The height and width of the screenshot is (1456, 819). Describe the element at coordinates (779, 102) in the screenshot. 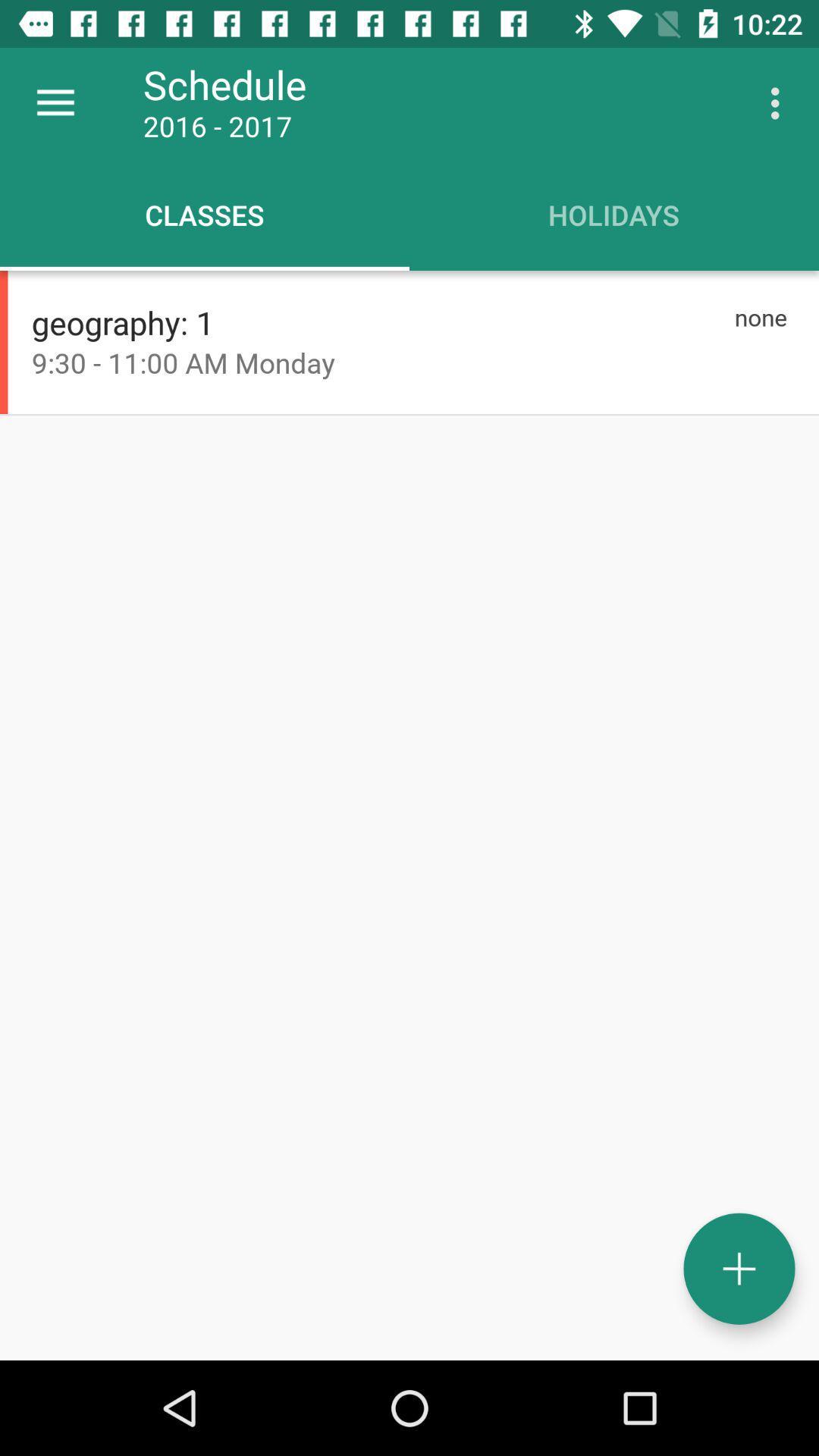

I see `icon next to the schedule icon` at that location.